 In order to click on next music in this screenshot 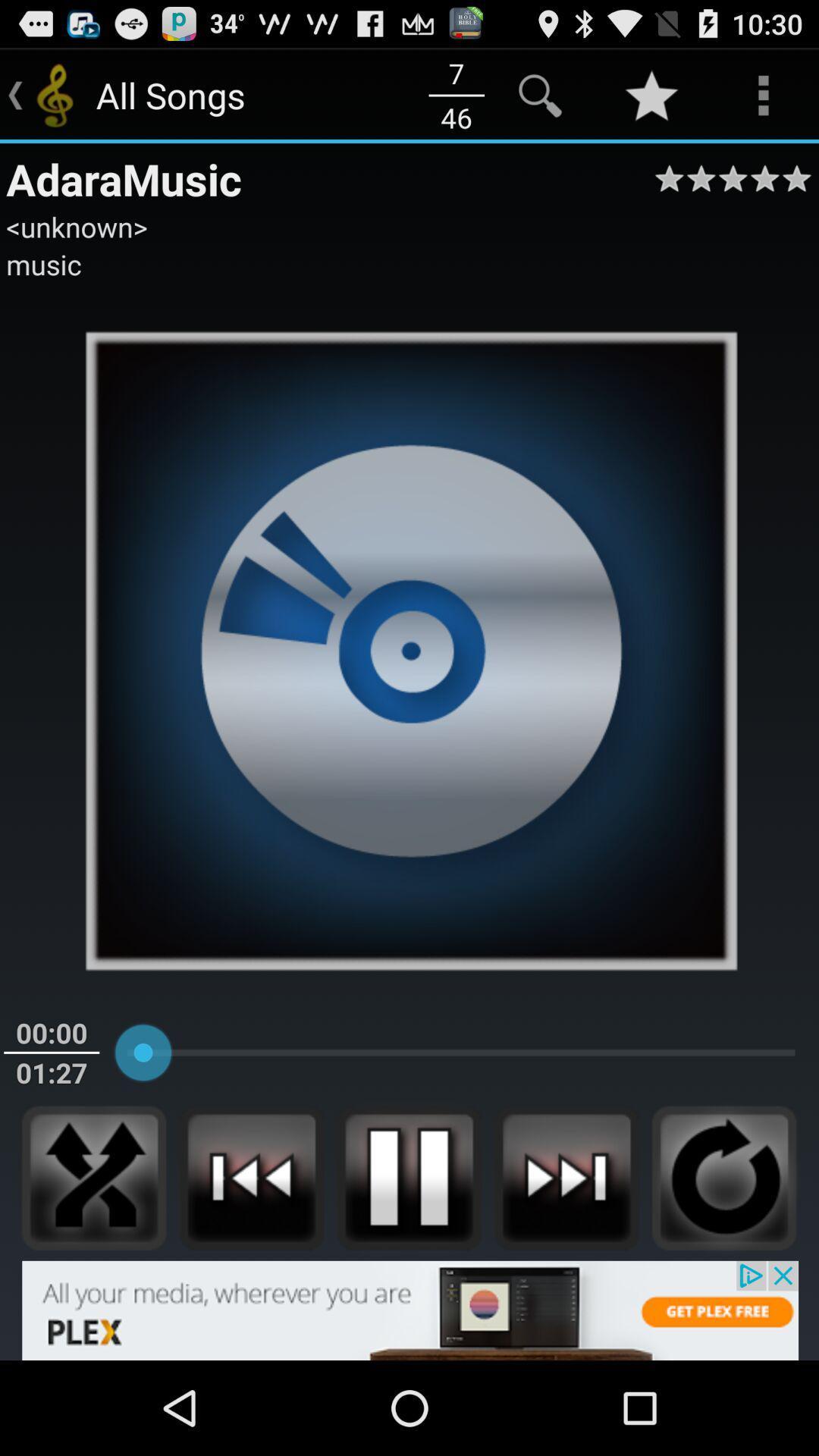, I will do `click(566, 1177)`.